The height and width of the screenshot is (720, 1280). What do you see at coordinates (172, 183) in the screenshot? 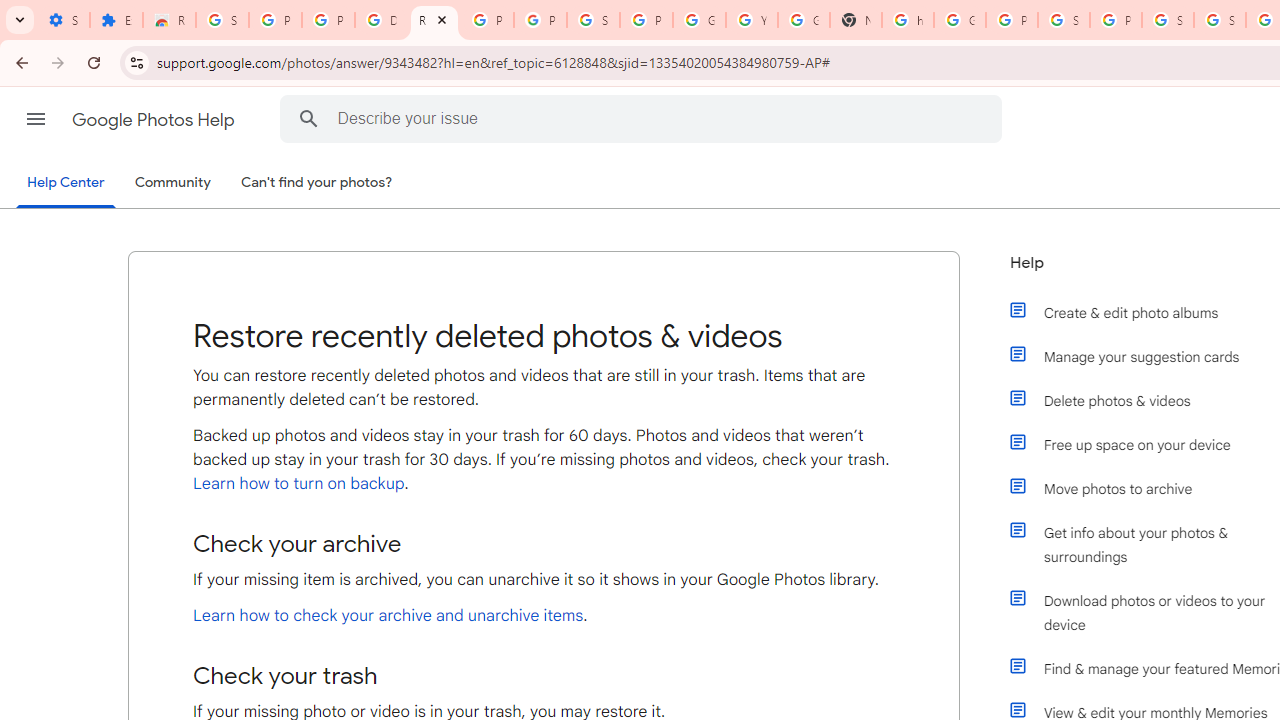
I see `'Community'` at bounding box center [172, 183].